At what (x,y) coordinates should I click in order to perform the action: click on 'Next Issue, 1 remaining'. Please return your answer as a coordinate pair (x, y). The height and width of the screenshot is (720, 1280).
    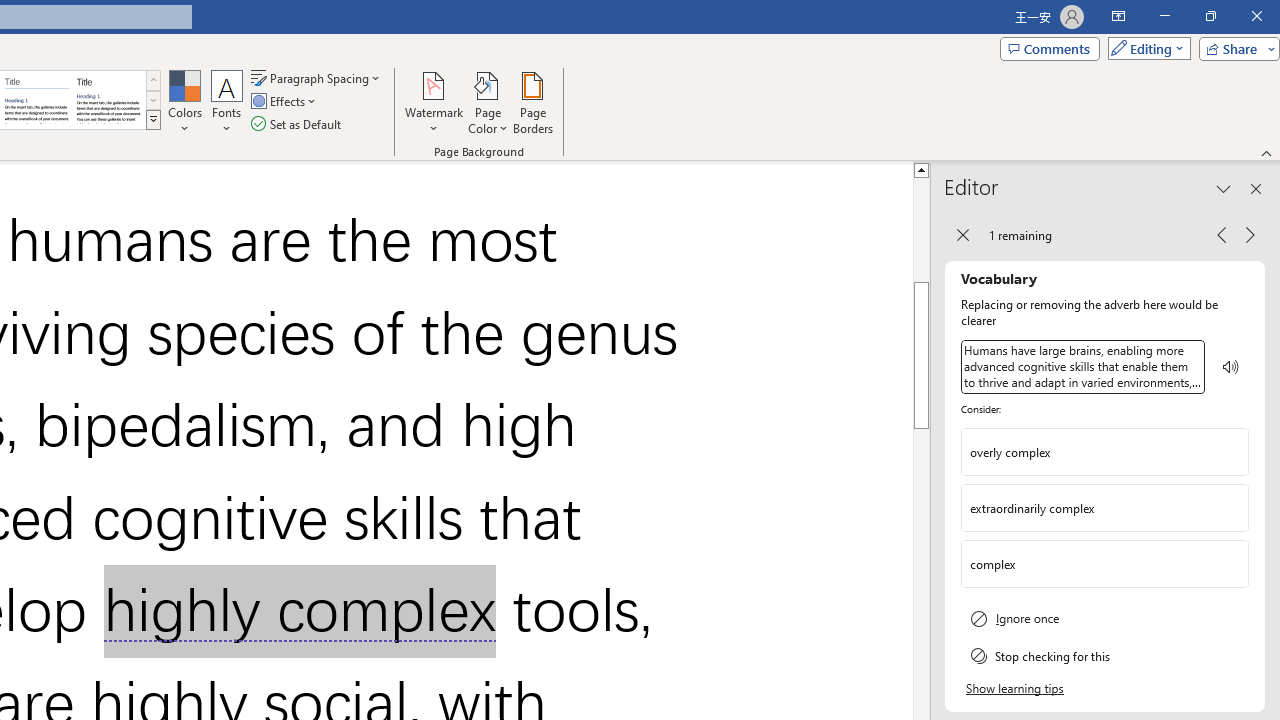
    Looking at the image, I should click on (1249, 233).